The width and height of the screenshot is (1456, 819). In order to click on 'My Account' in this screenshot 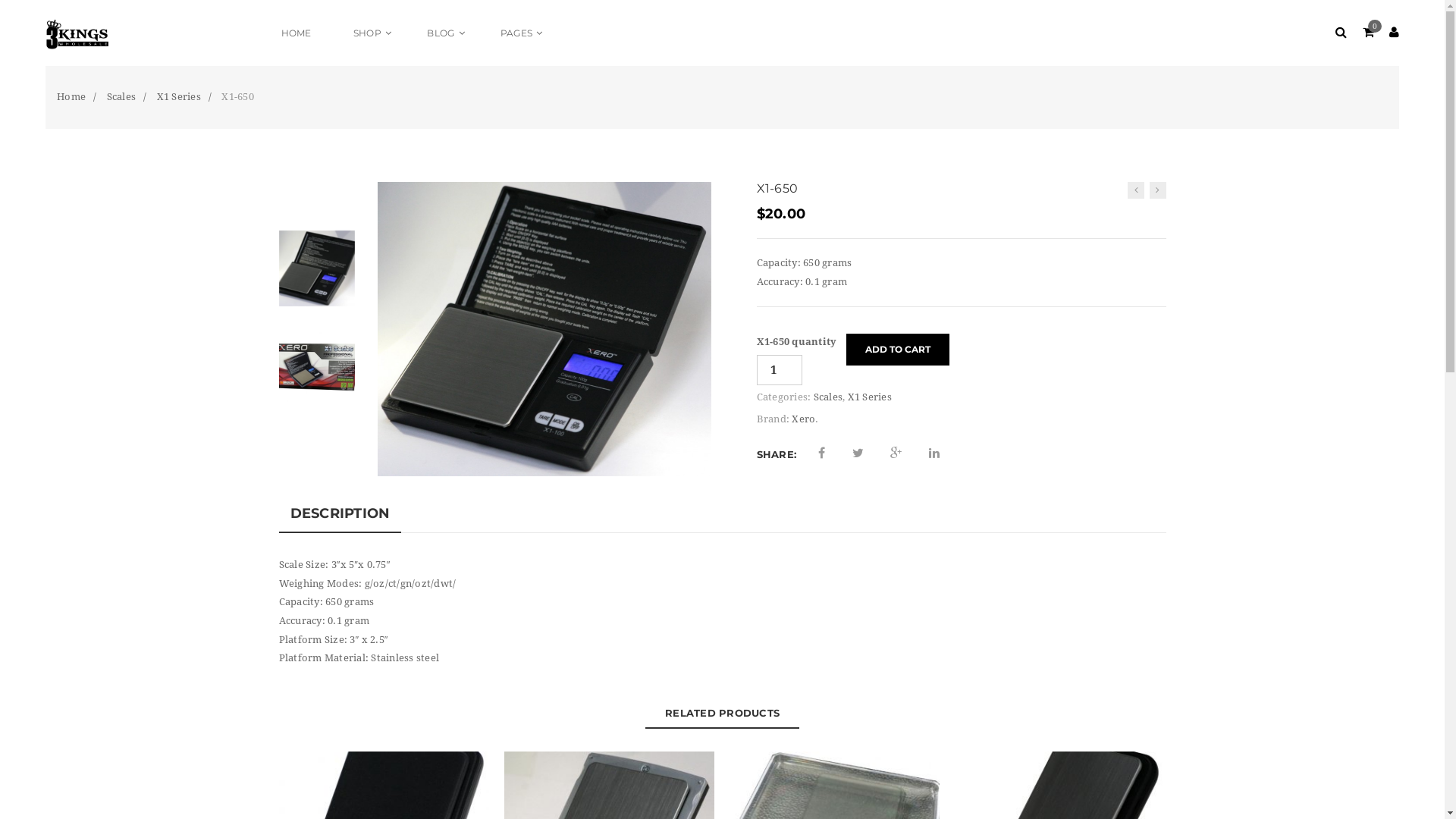, I will do `click(1394, 33)`.